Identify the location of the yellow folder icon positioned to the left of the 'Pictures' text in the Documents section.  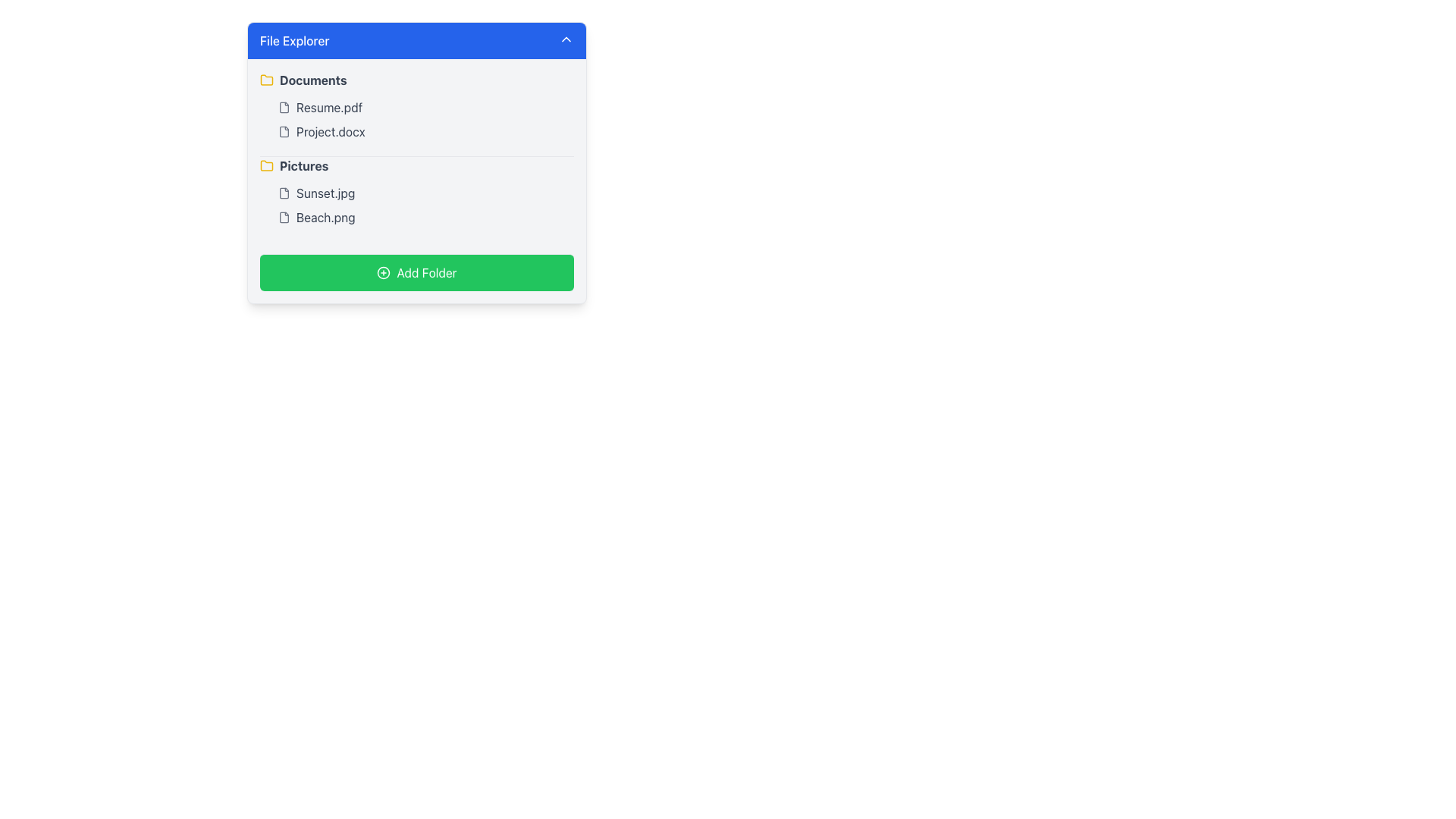
(266, 166).